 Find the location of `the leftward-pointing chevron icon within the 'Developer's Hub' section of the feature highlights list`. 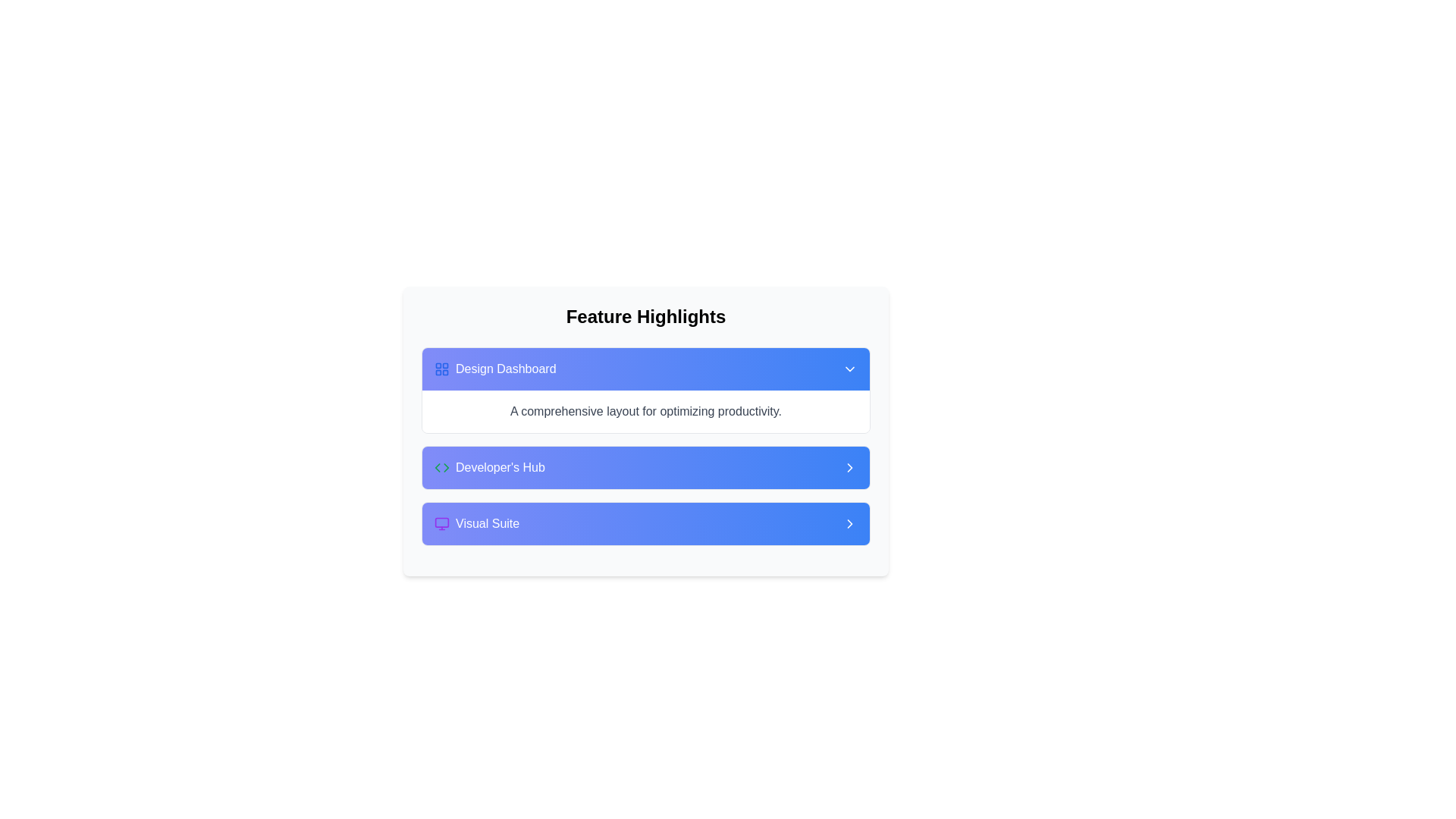

the leftward-pointing chevron icon within the 'Developer's Hub' section of the feature highlights list is located at coordinates (437, 467).